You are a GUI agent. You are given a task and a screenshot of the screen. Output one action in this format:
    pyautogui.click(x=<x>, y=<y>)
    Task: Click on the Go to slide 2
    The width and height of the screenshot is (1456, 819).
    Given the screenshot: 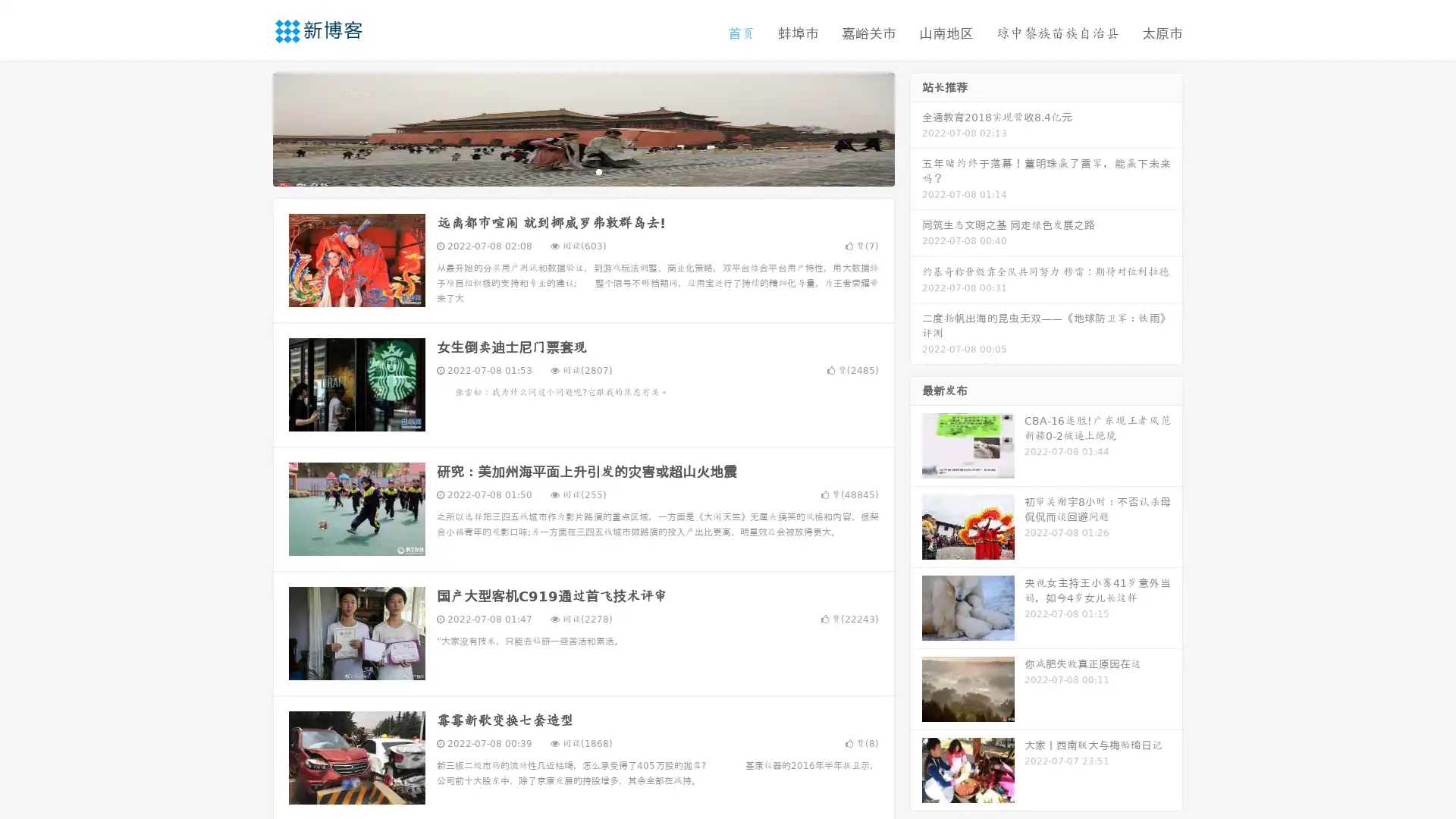 What is the action you would take?
    pyautogui.click(x=582, y=171)
    